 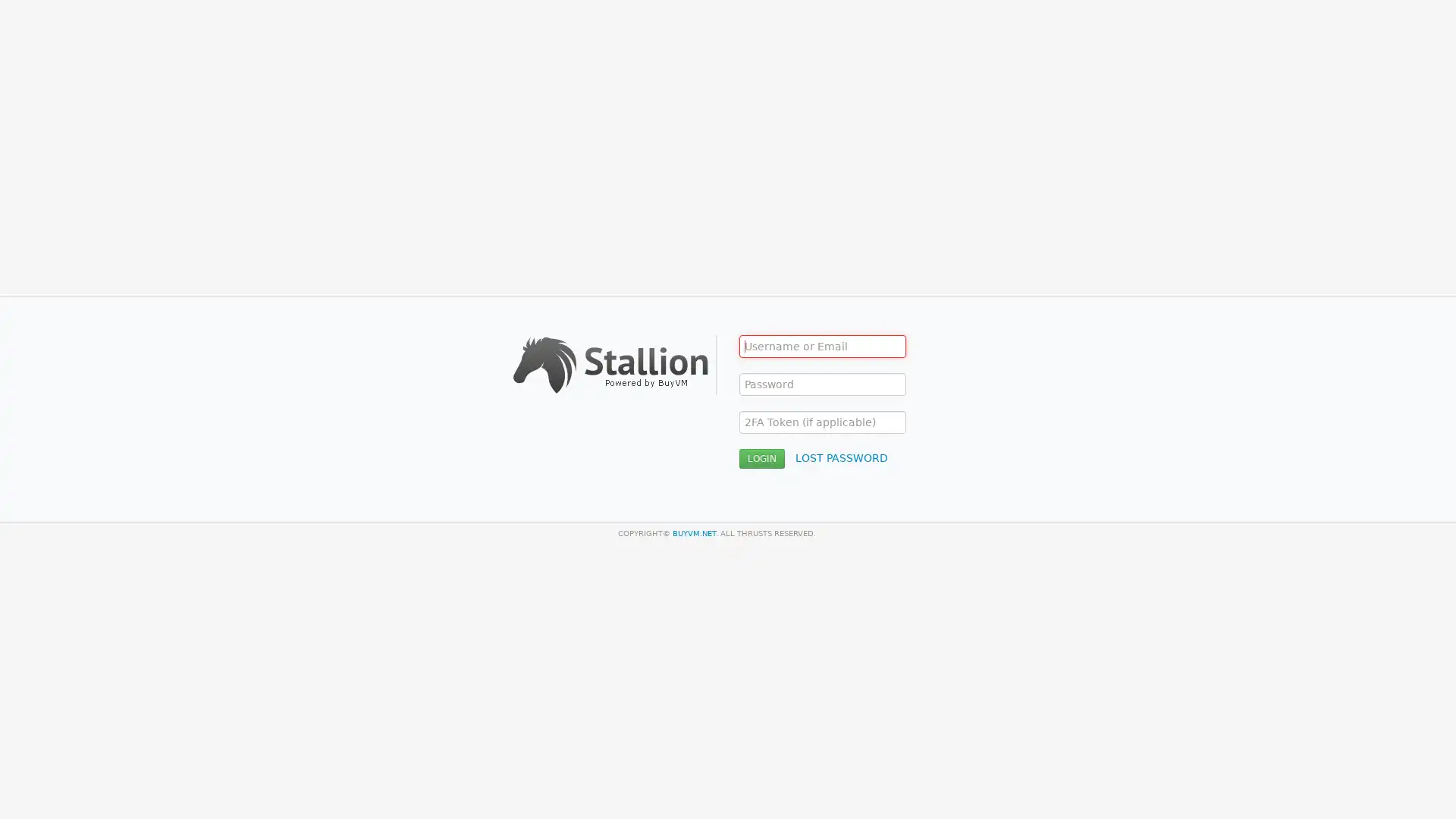 I want to click on LOGIN, so click(x=761, y=458).